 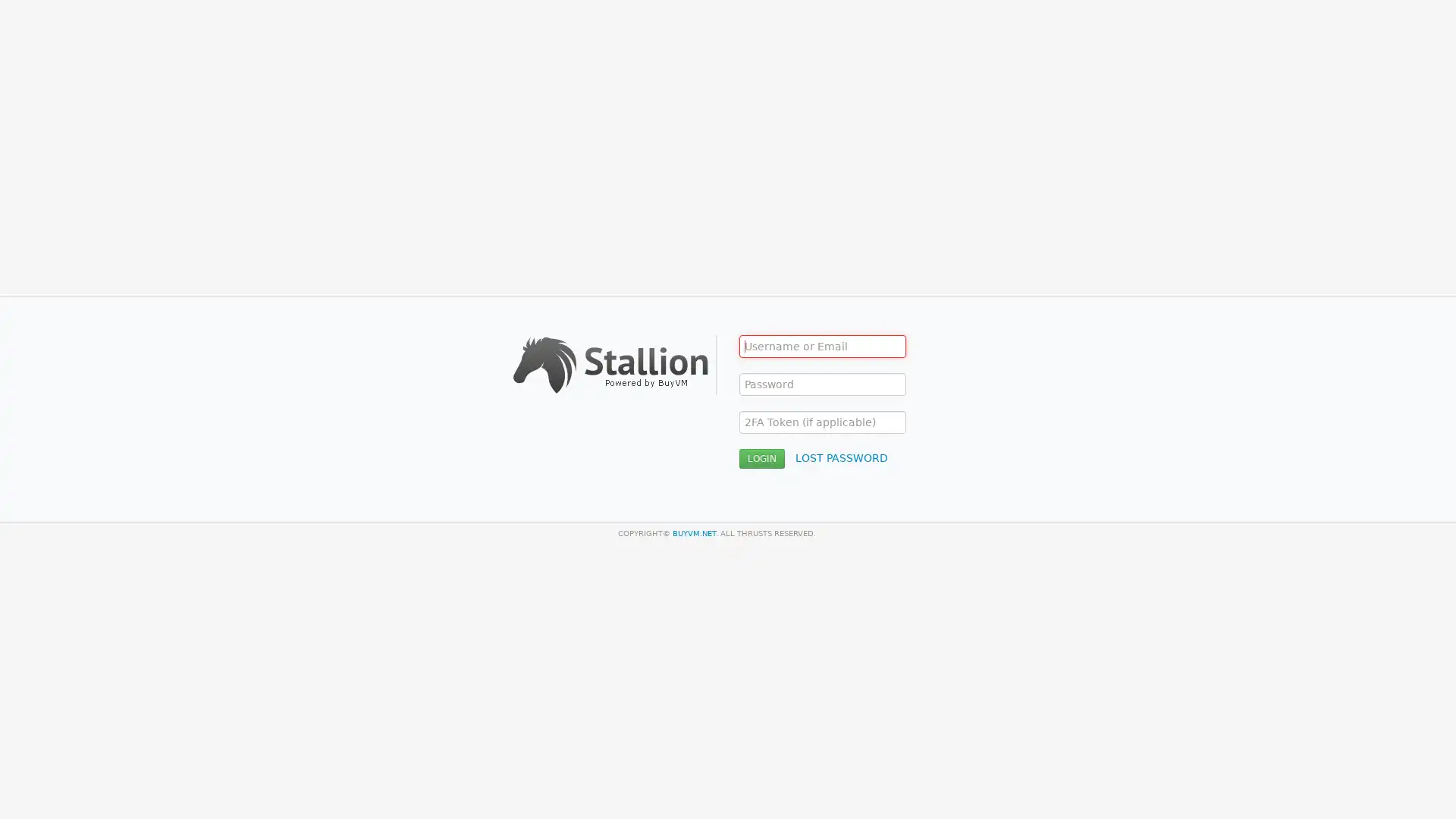 I want to click on LOGIN, so click(x=761, y=458).